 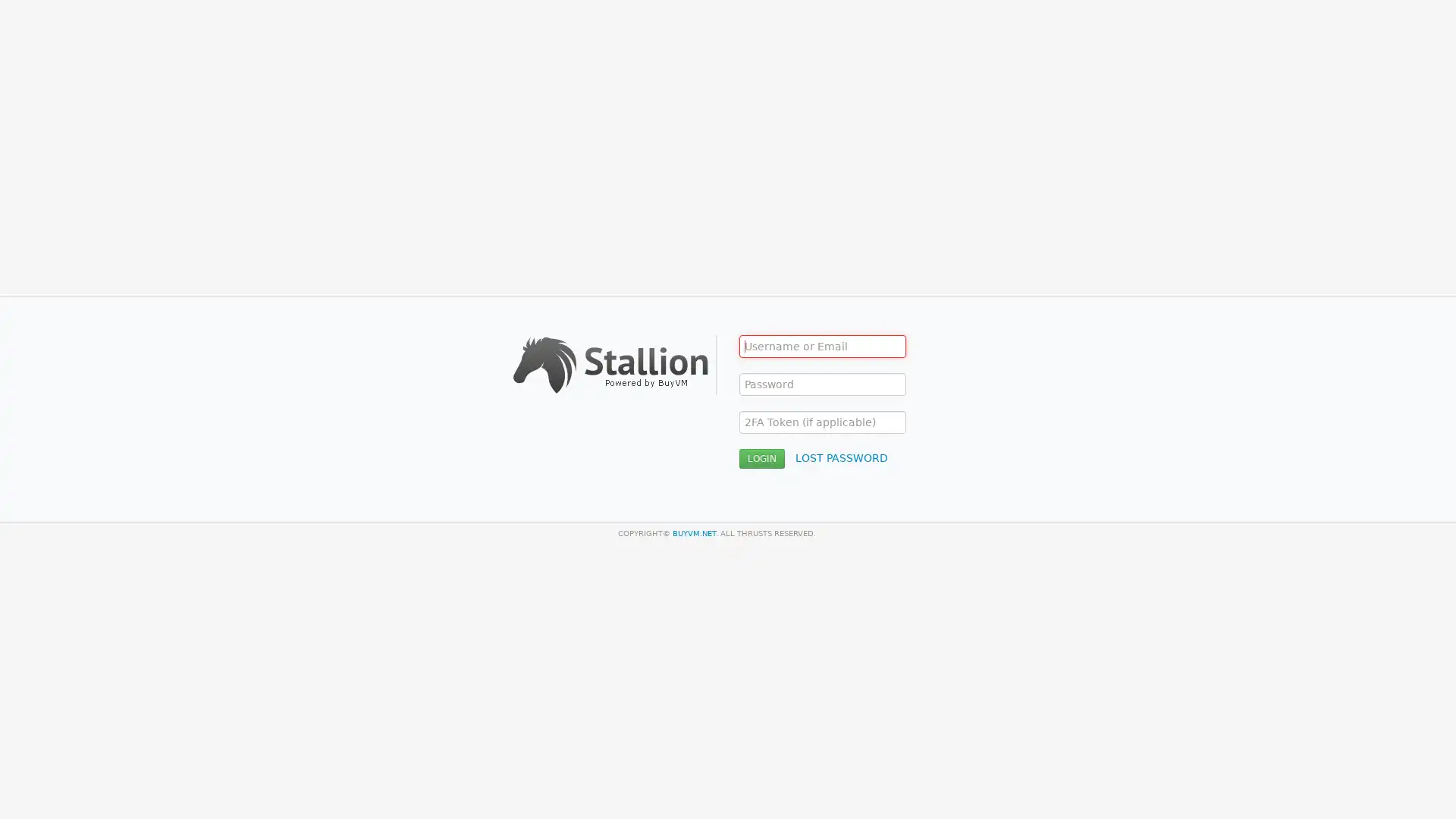 I want to click on LOGIN, so click(x=761, y=458).